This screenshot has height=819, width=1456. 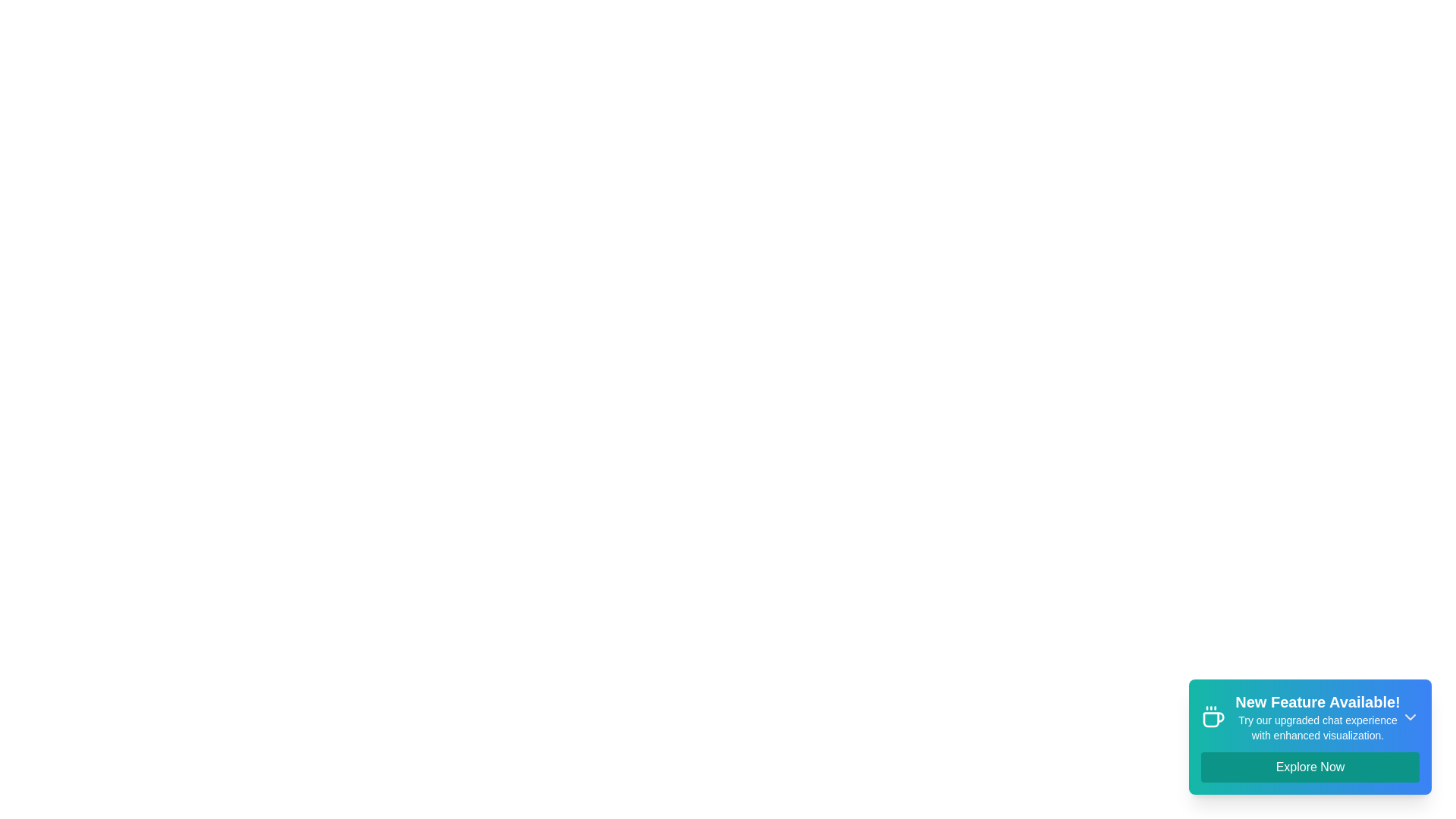 What do you see at coordinates (1310, 767) in the screenshot?
I see `'Explore Now' button` at bounding box center [1310, 767].